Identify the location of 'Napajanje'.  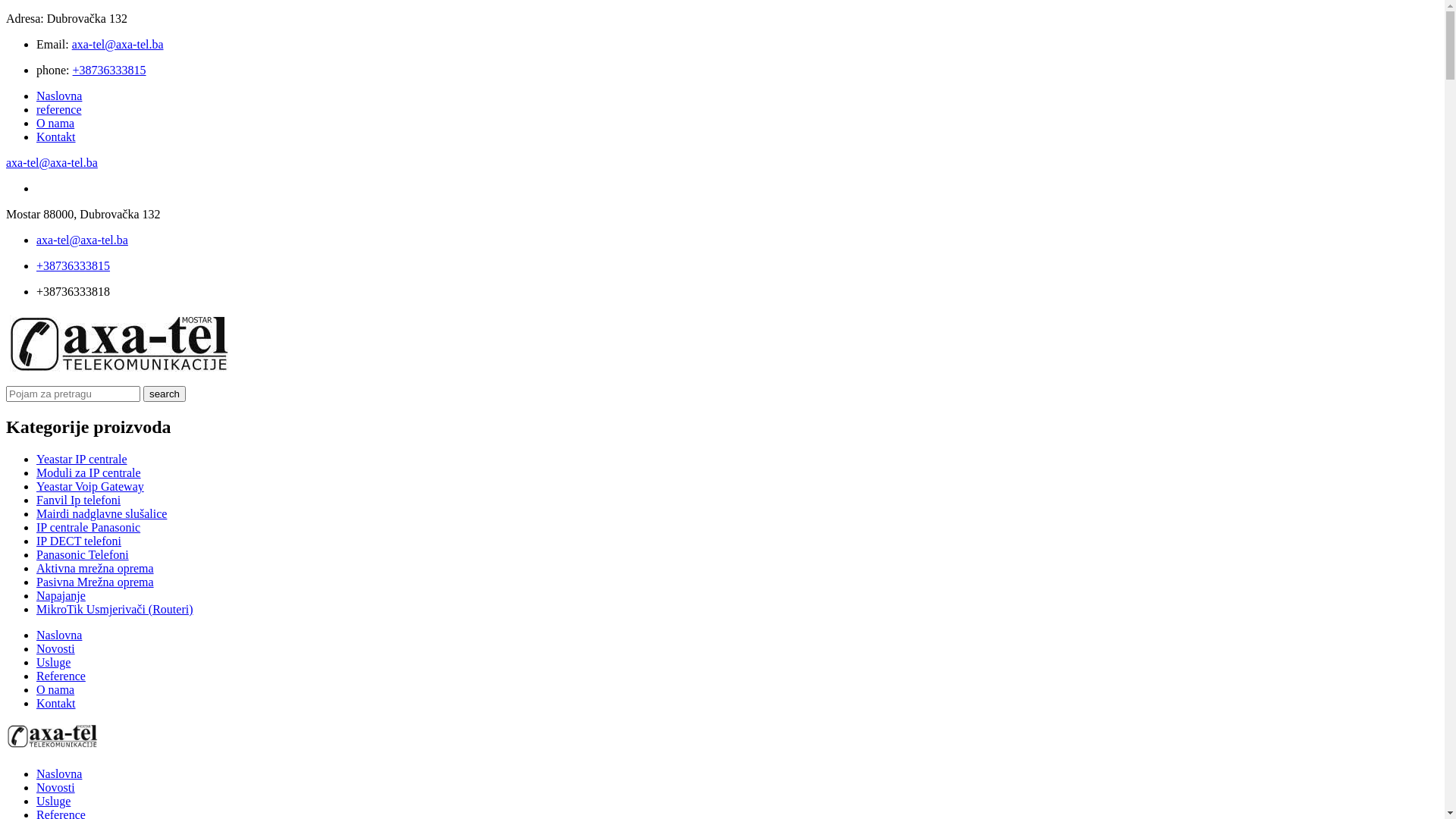
(36, 595).